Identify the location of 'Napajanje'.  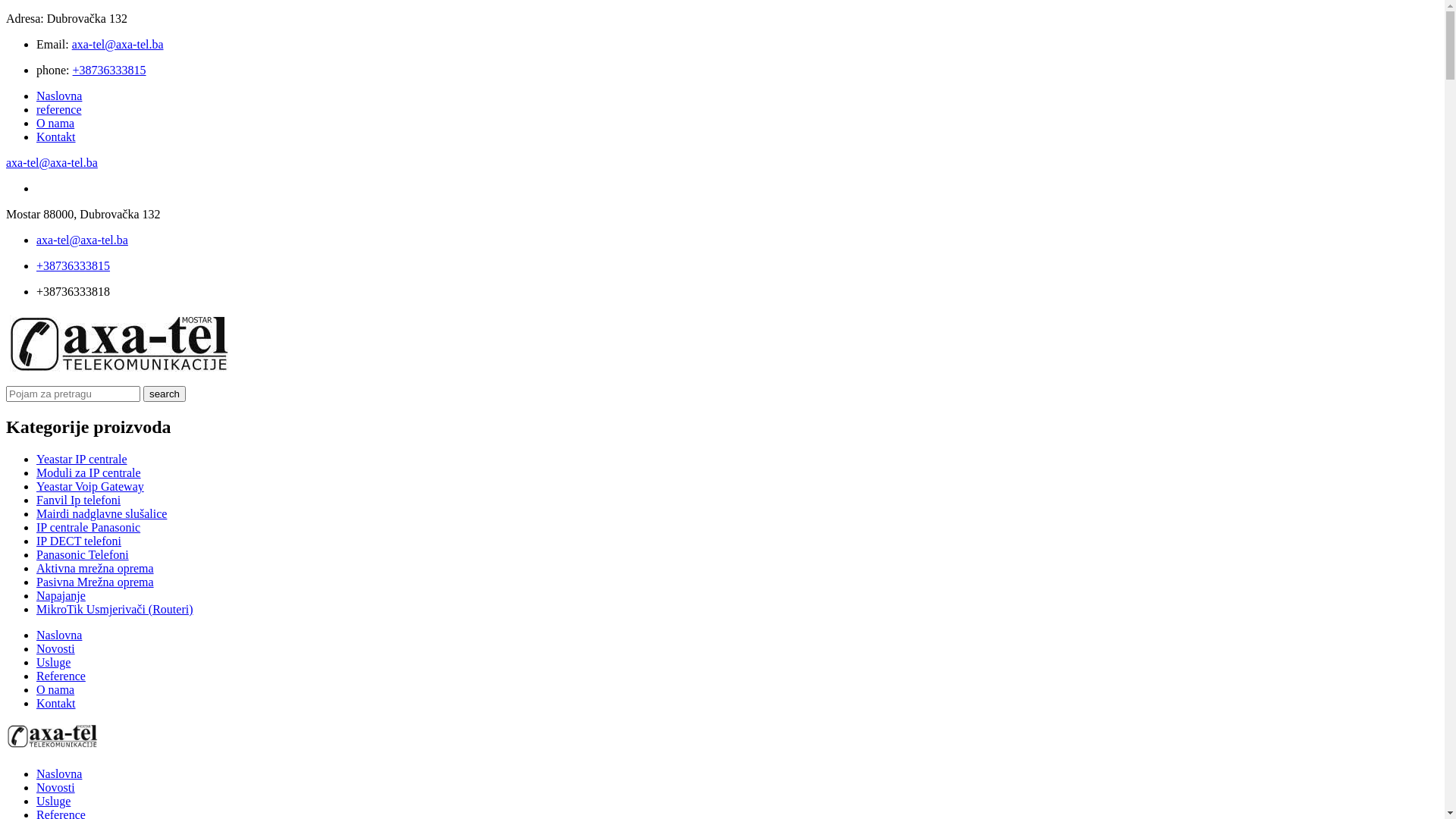
(36, 595).